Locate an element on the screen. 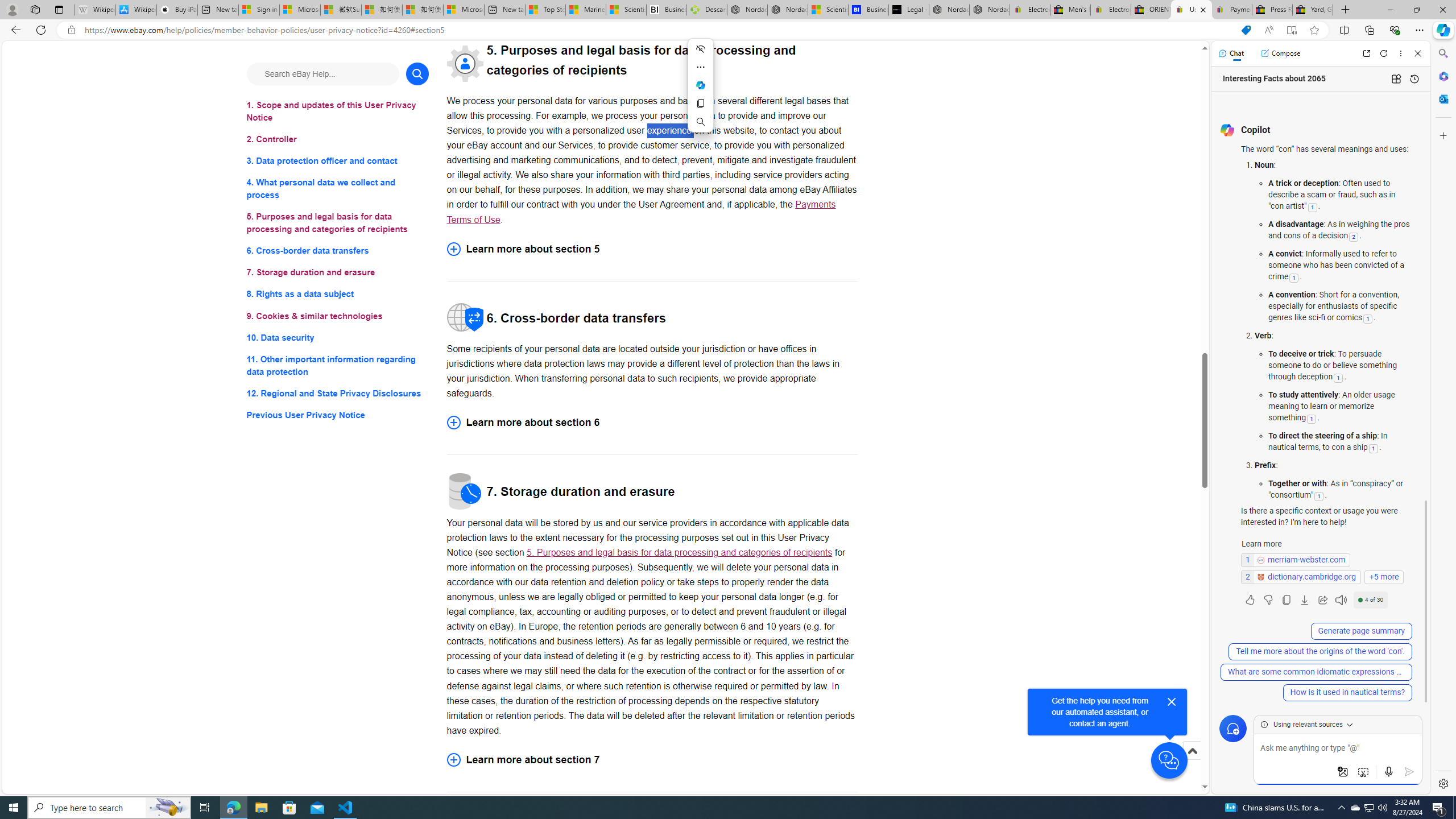 Image resolution: width=1456 pixels, height=819 pixels. '11. Other important information regarding data protection' is located at coordinates (337, 365).